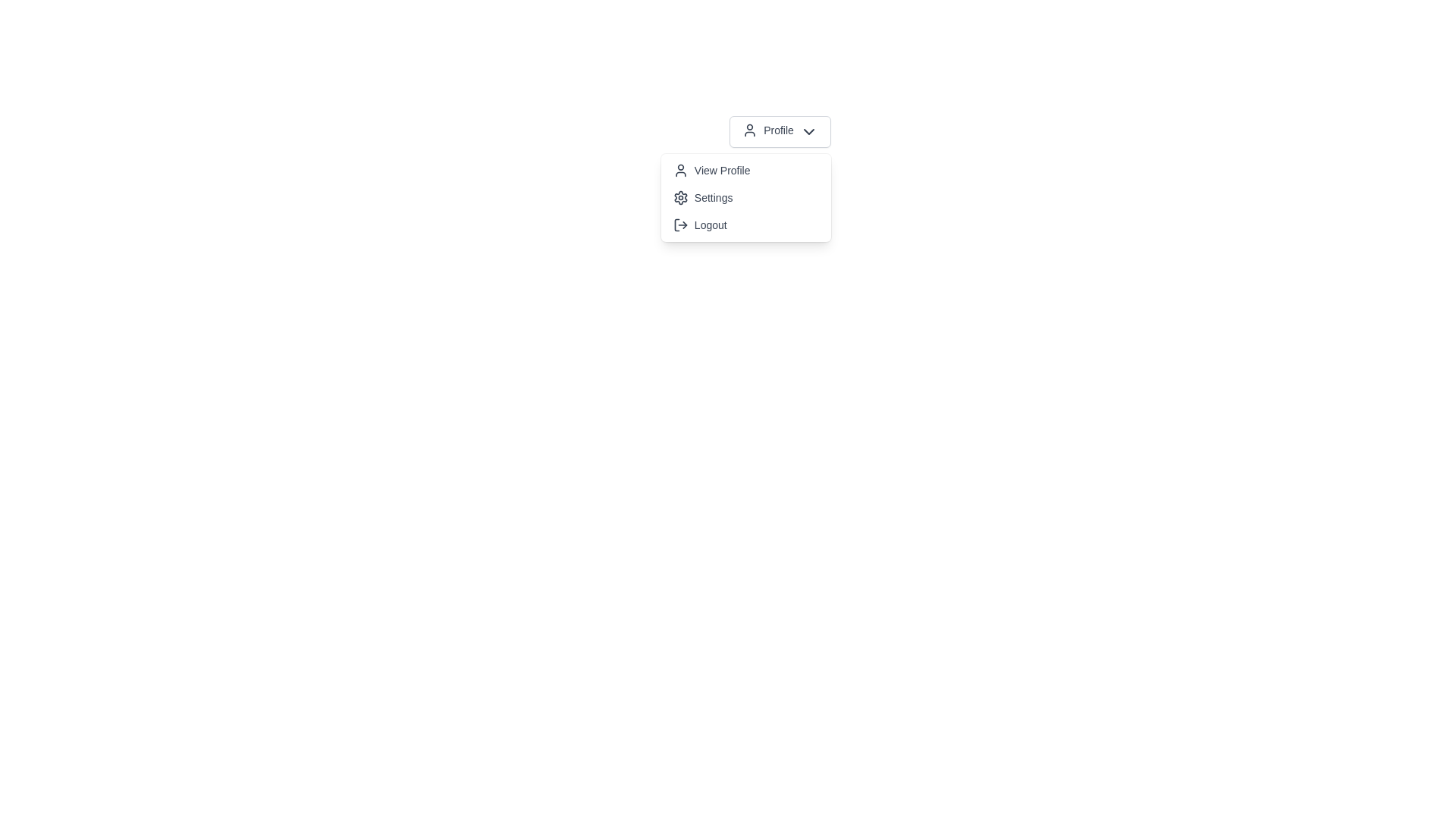 The image size is (1456, 819). Describe the element at coordinates (679, 197) in the screenshot. I see `the 'Settings' icon located to the left of the 'Settings' text in the dropdown menu below the 'Profile' button` at that location.